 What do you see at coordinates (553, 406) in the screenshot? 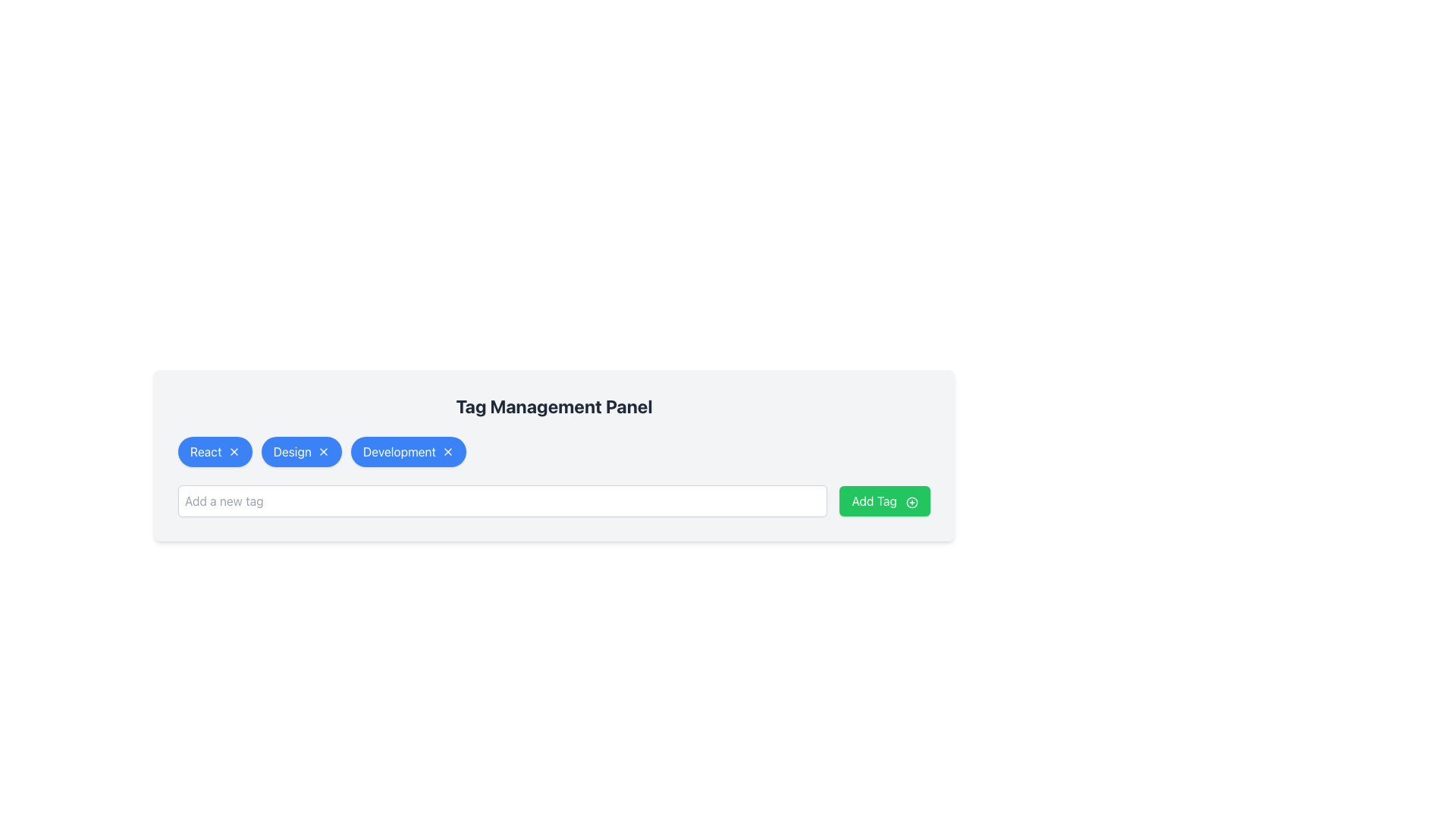
I see `the heading element with the text 'Tag Management Panel', which is prominently styled in bold dark gray and positioned centrally above the tags and input box` at bounding box center [553, 406].